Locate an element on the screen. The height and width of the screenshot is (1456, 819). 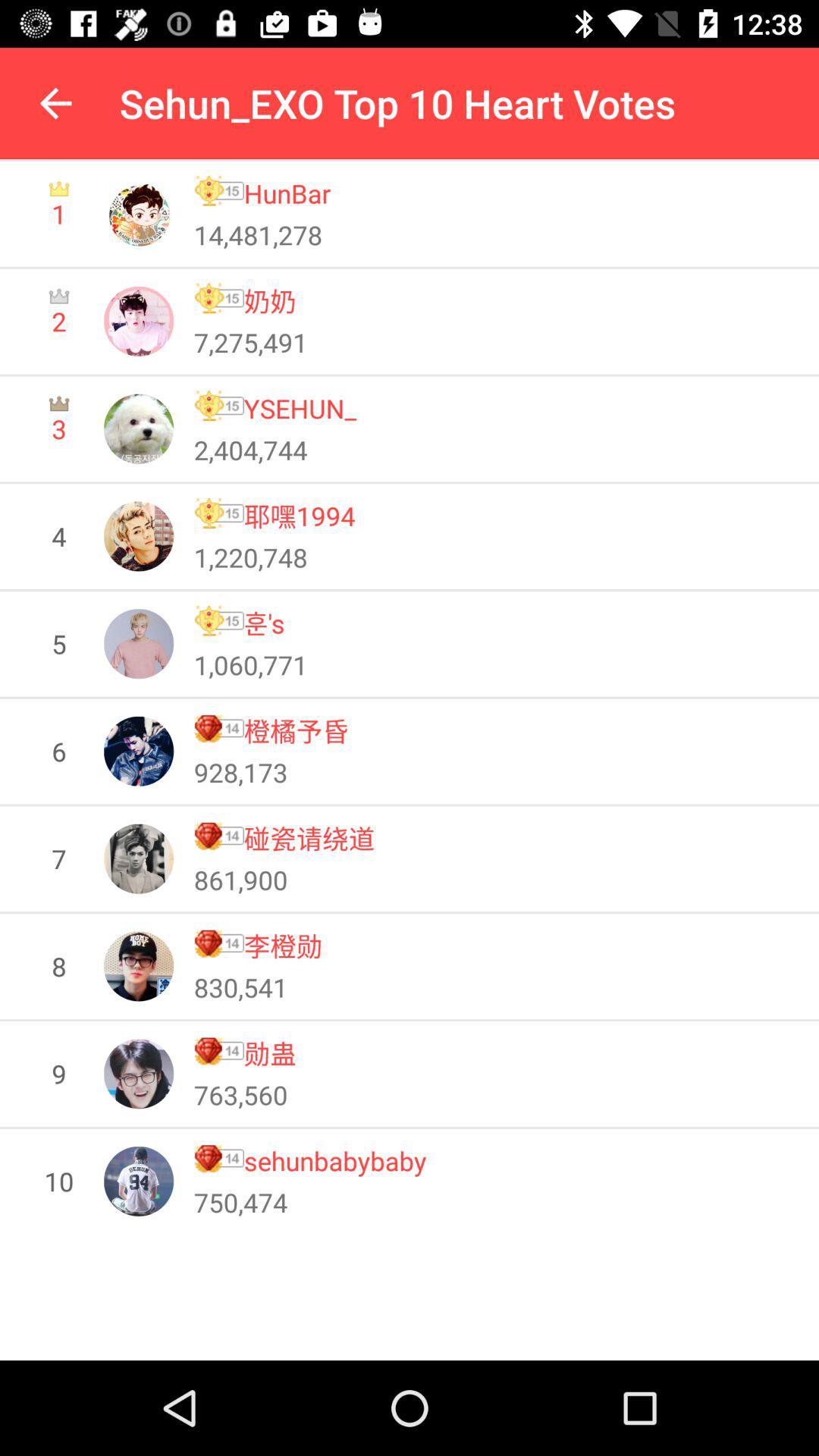
the 6 item is located at coordinates (58, 751).